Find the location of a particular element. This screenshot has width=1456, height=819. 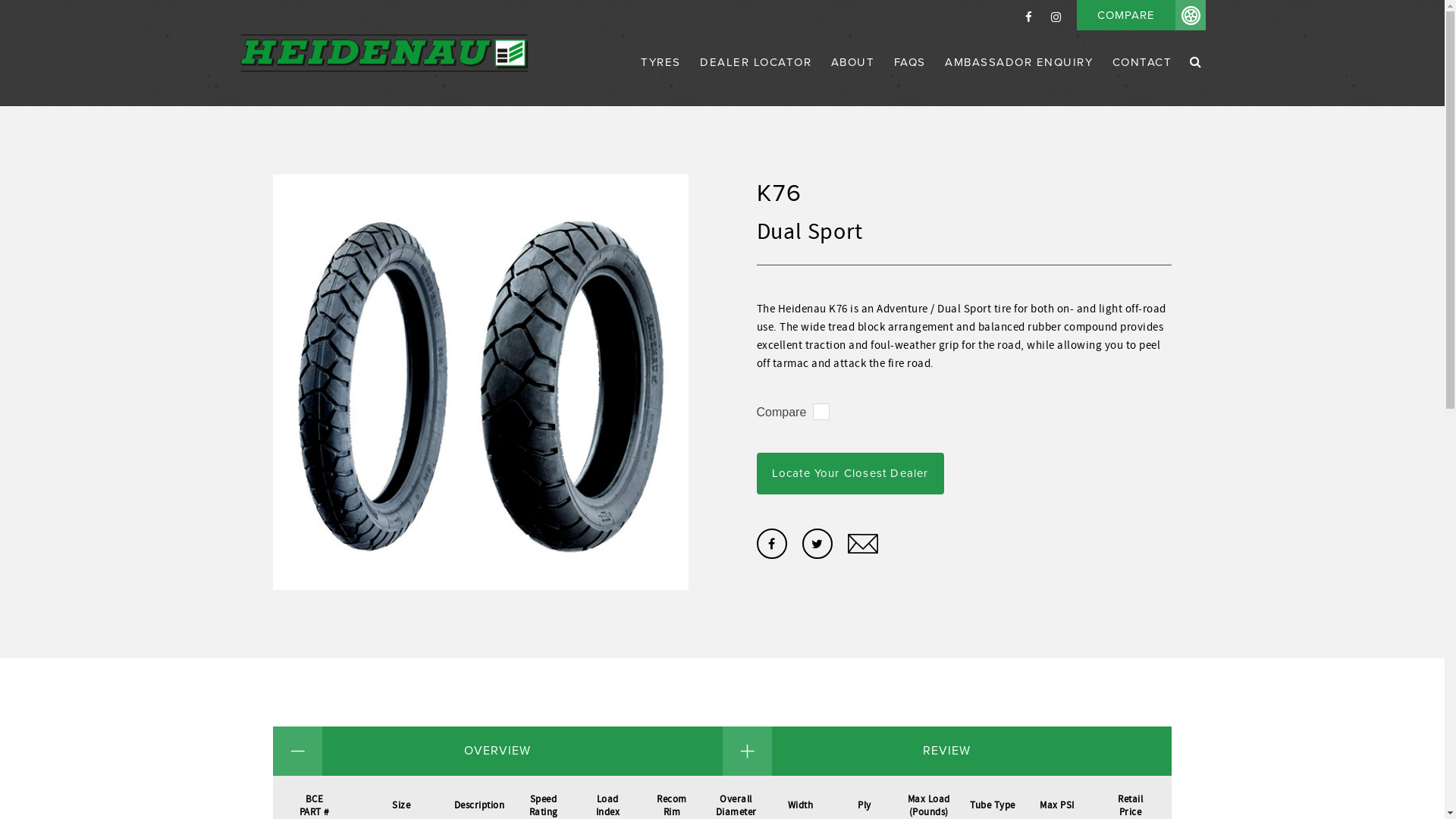

'FAQS' is located at coordinates (910, 79).